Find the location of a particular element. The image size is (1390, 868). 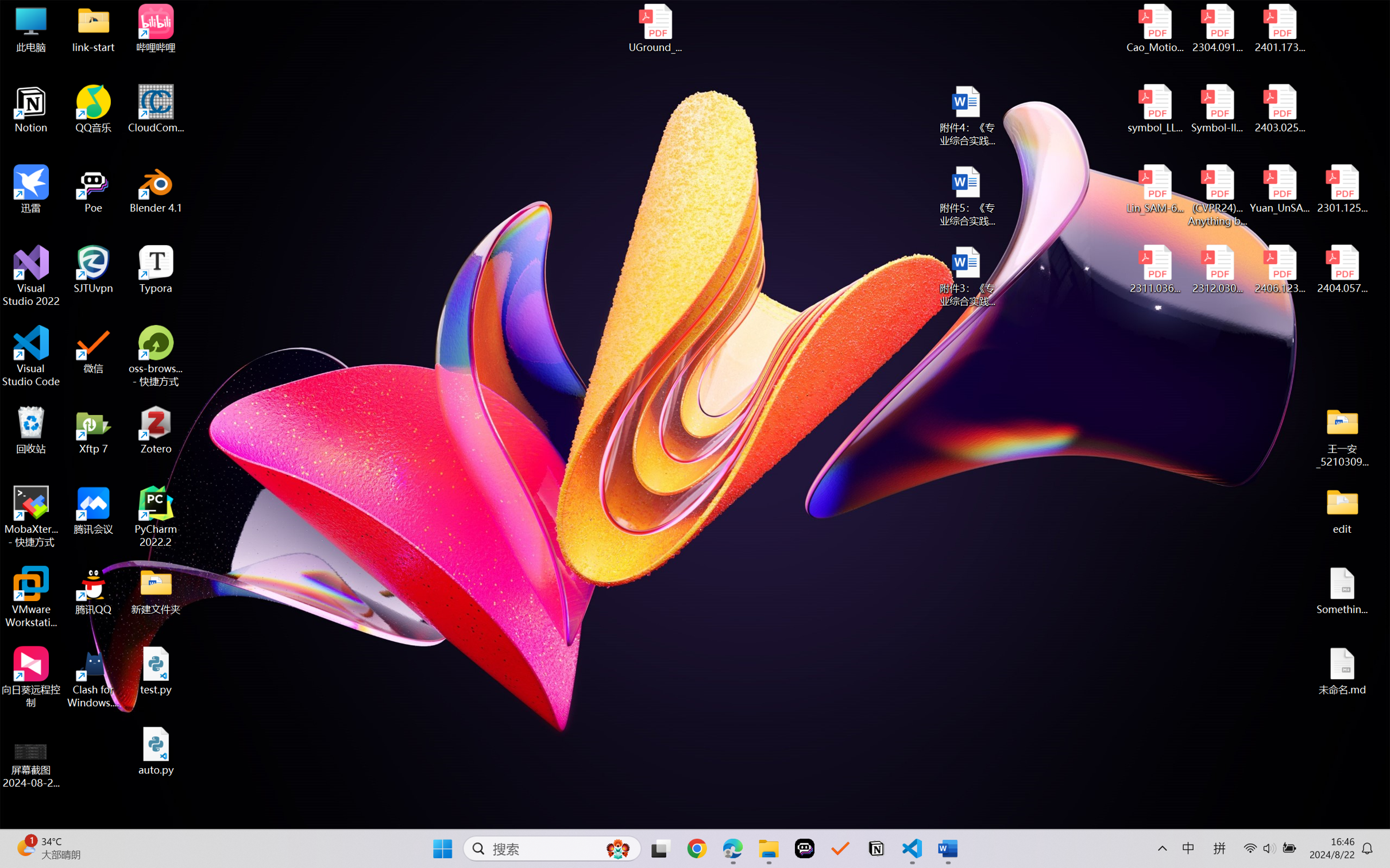

'(CVPR24)Matching Anything by Segmenting Anything.pdf' is located at coordinates (1217, 195).